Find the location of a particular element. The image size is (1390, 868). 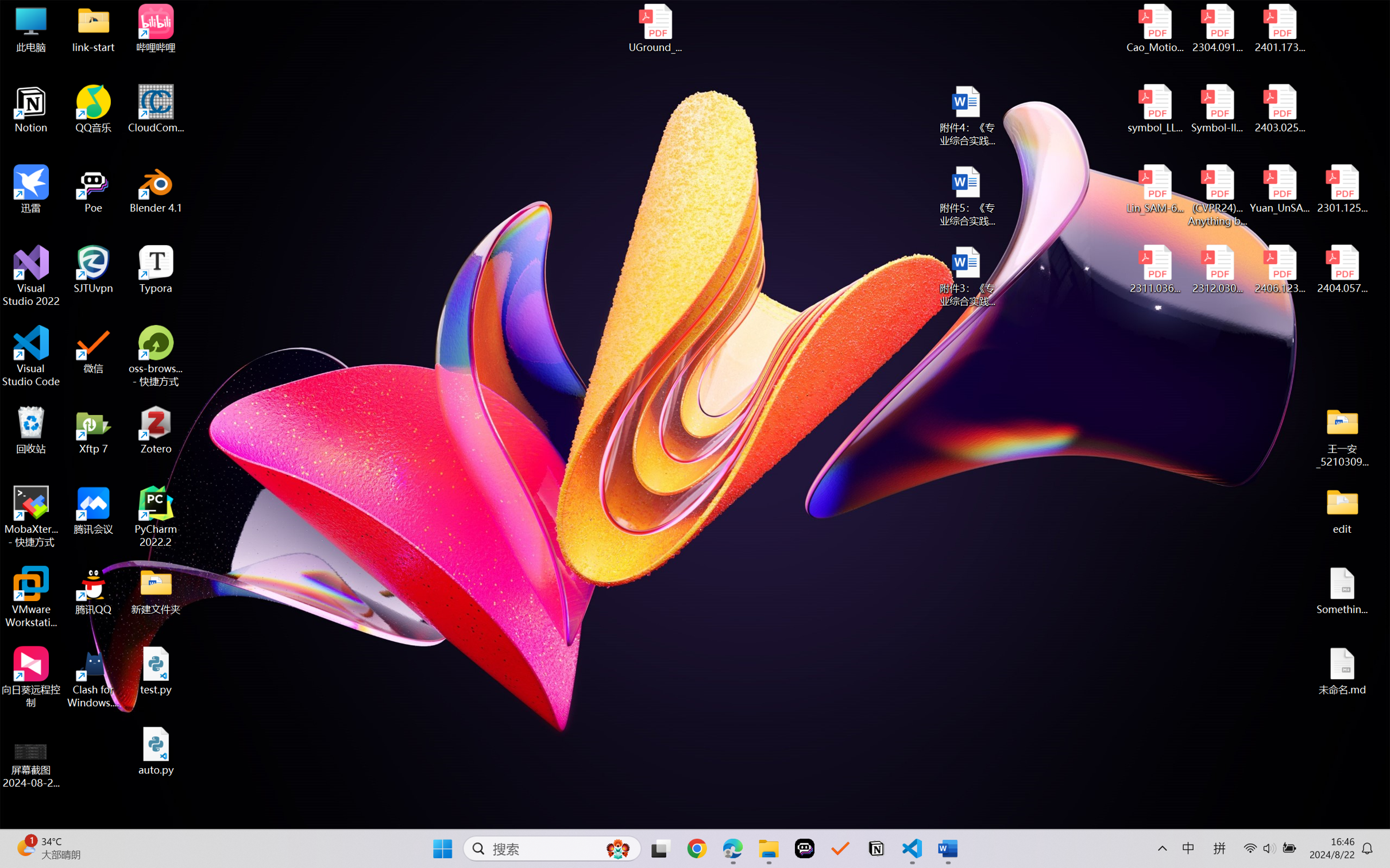

'(CVPR24)Matching Anything by Segmenting Anything.pdf' is located at coordinates (1217, 195).